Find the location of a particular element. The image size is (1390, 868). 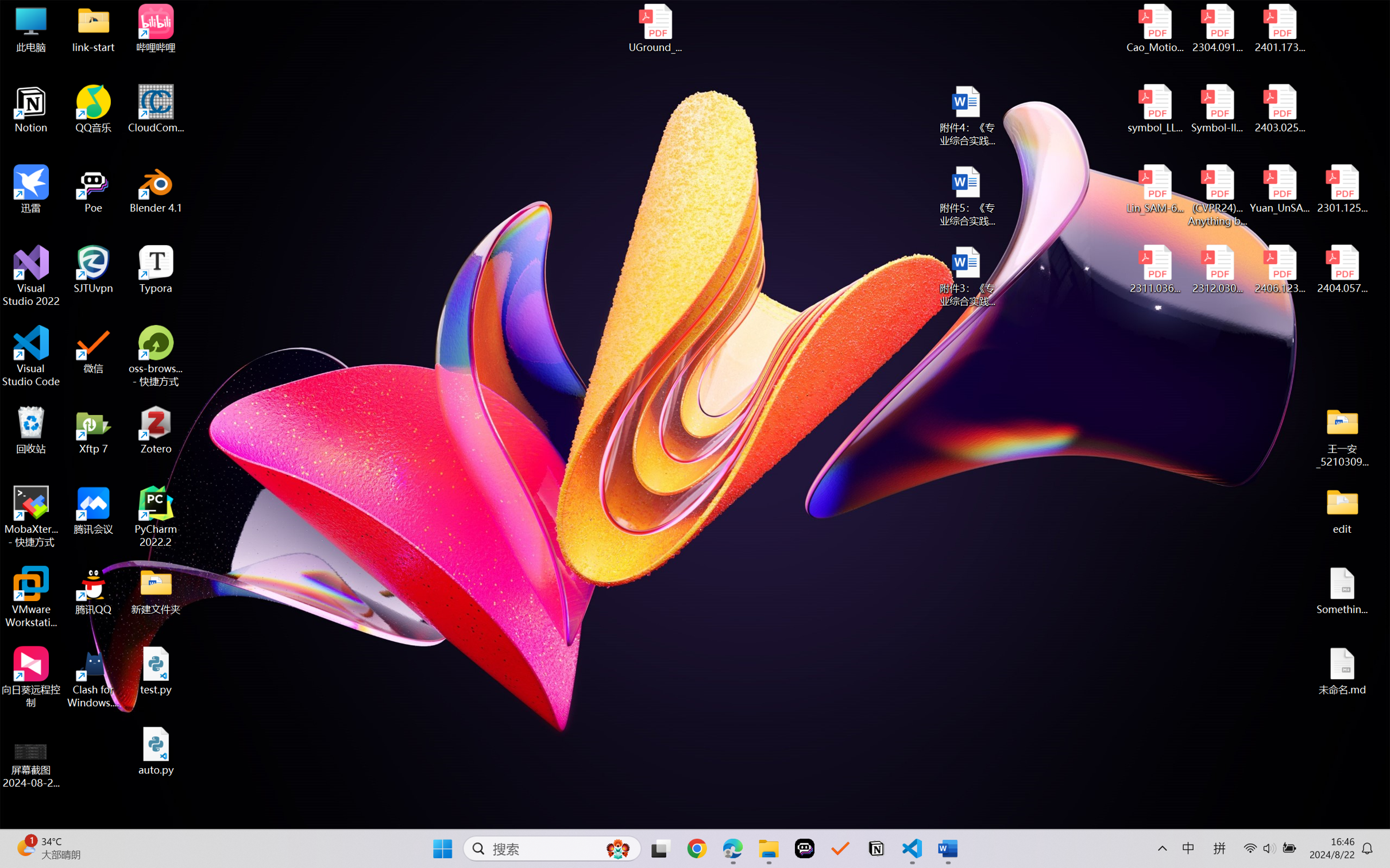

'(CVPR24)Matching Anything by Segmenting Anything.pdf' is located at coordinates (1217, 195).